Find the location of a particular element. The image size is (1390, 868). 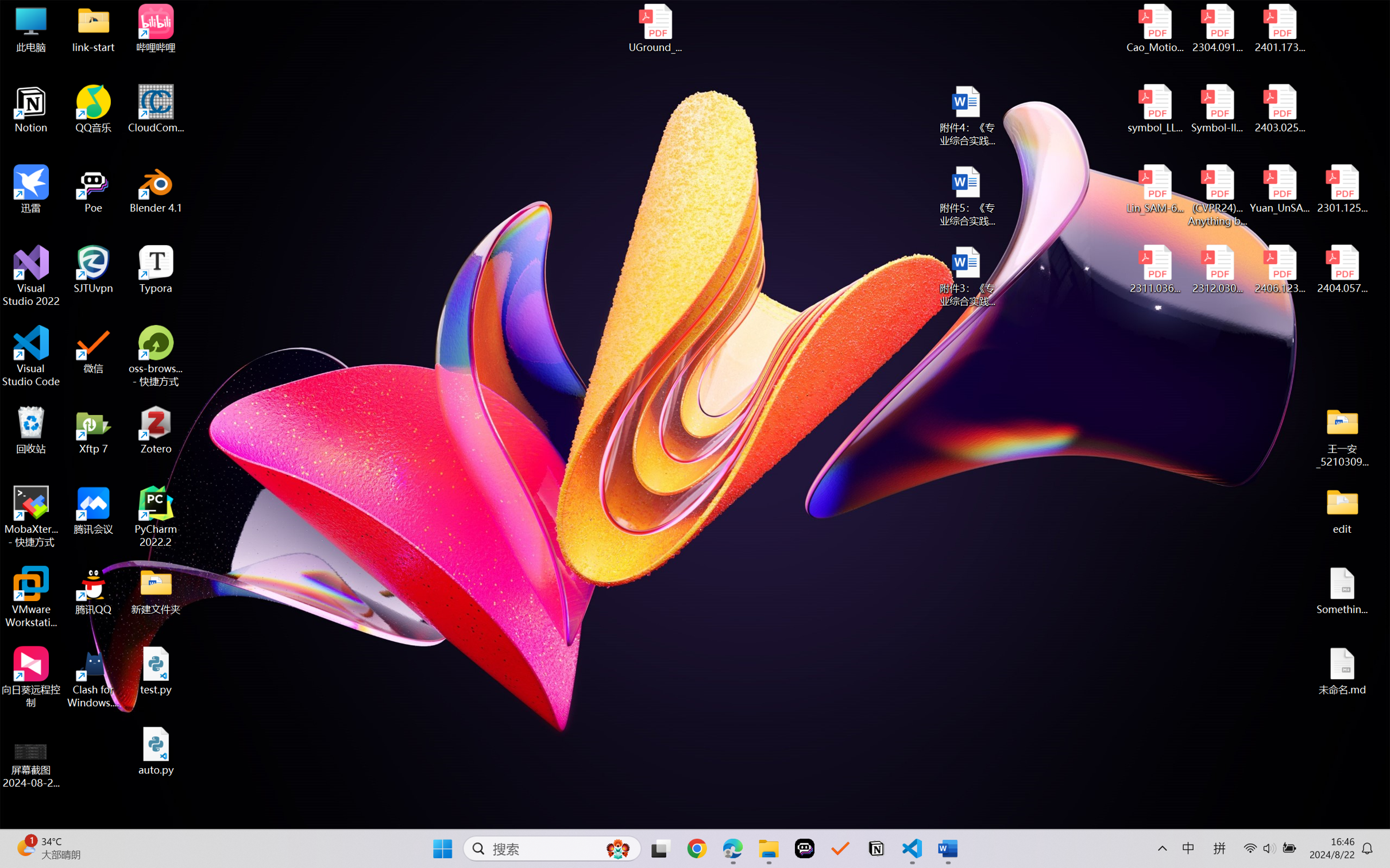

'(CVPR24)Matching Anything by Segmenting Anything.pdf' is located at coordinates (1217, 195).